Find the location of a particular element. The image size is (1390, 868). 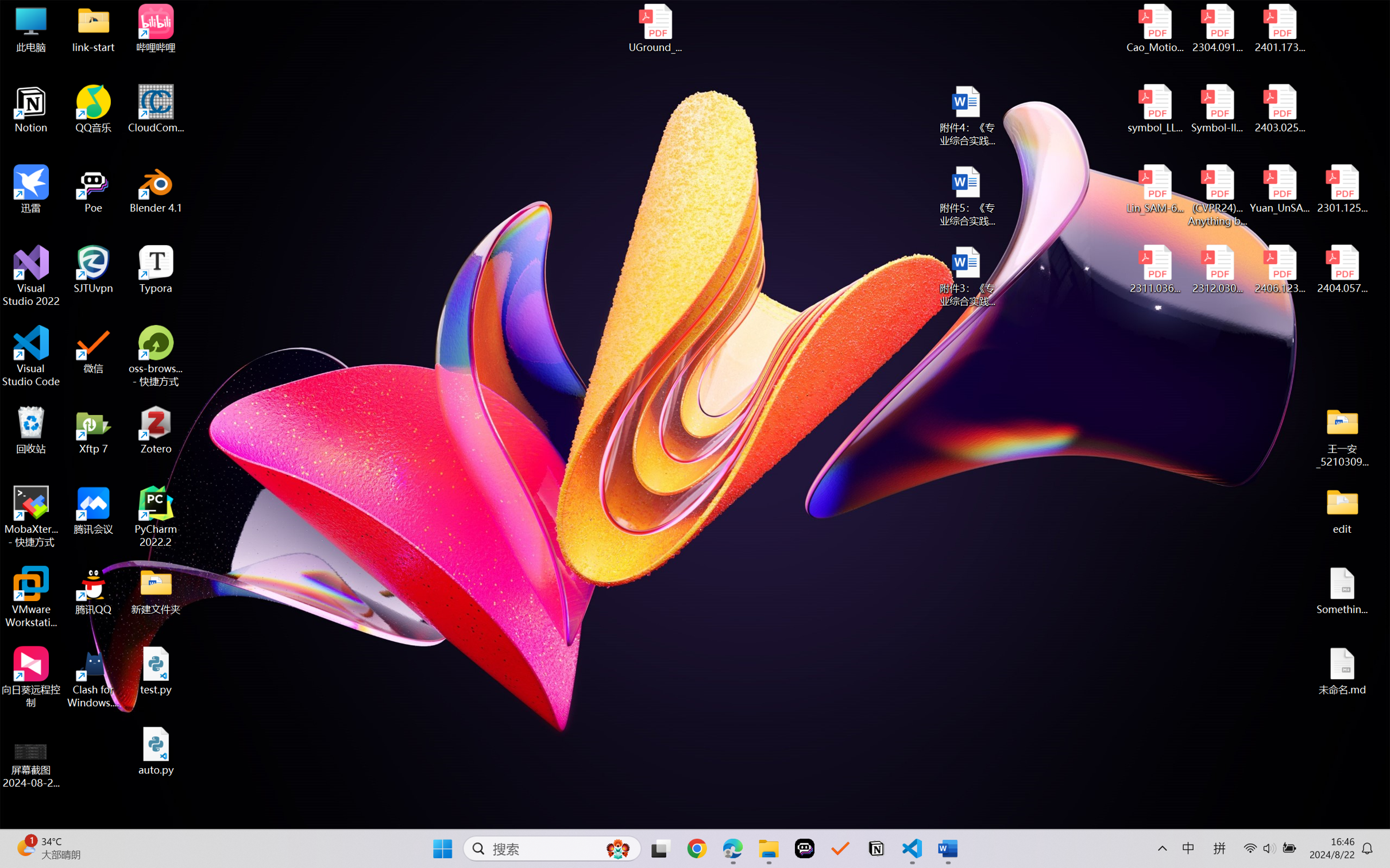

'(CVPR24)Matching Anything by Segmenting Anything.pdf' is located at coordinates (1217, 195).